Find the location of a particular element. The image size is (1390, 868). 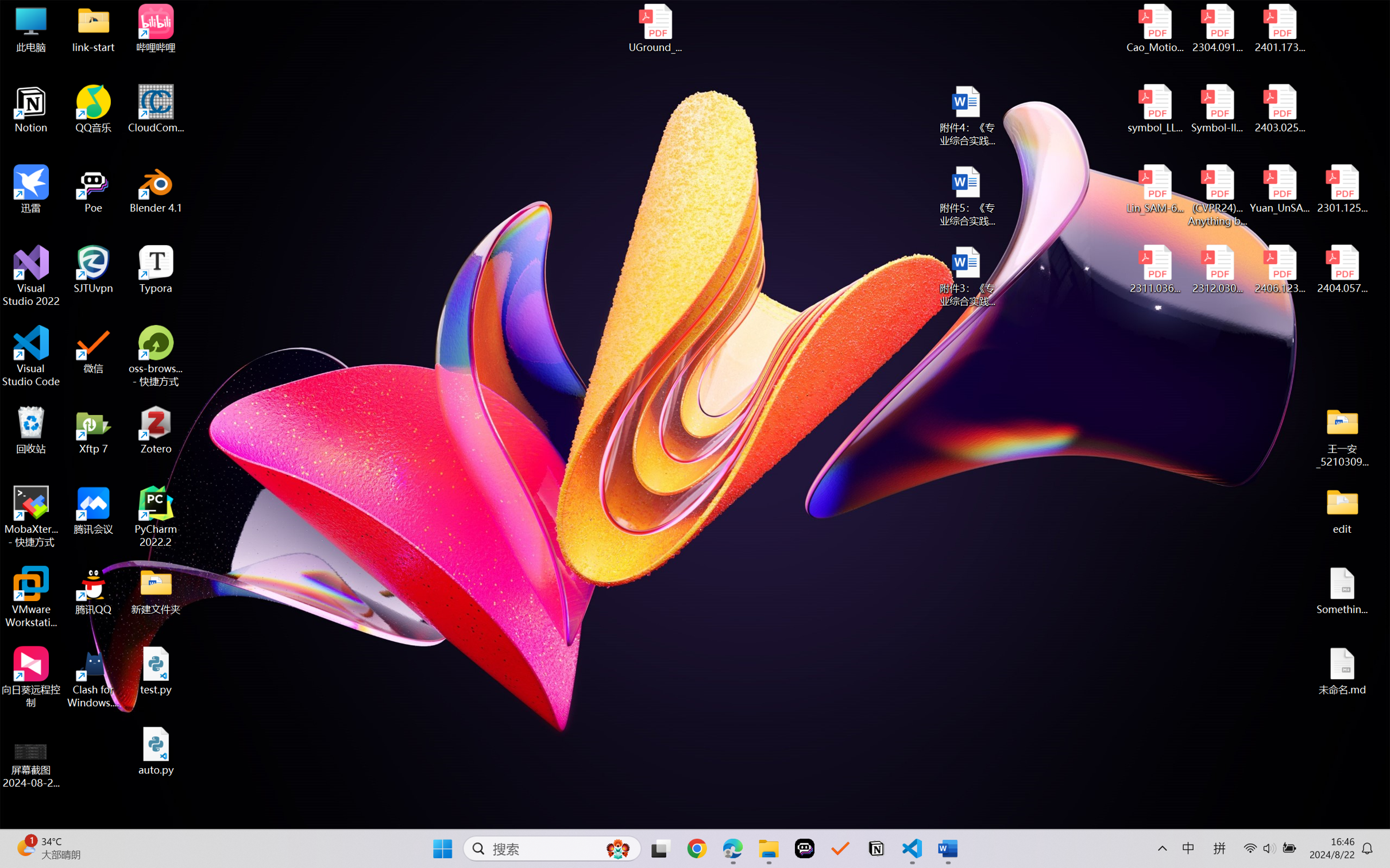

'(CVPR24)Matching Anything by Segmenting Anything.pdf' is located at coordinates (1217, 195).